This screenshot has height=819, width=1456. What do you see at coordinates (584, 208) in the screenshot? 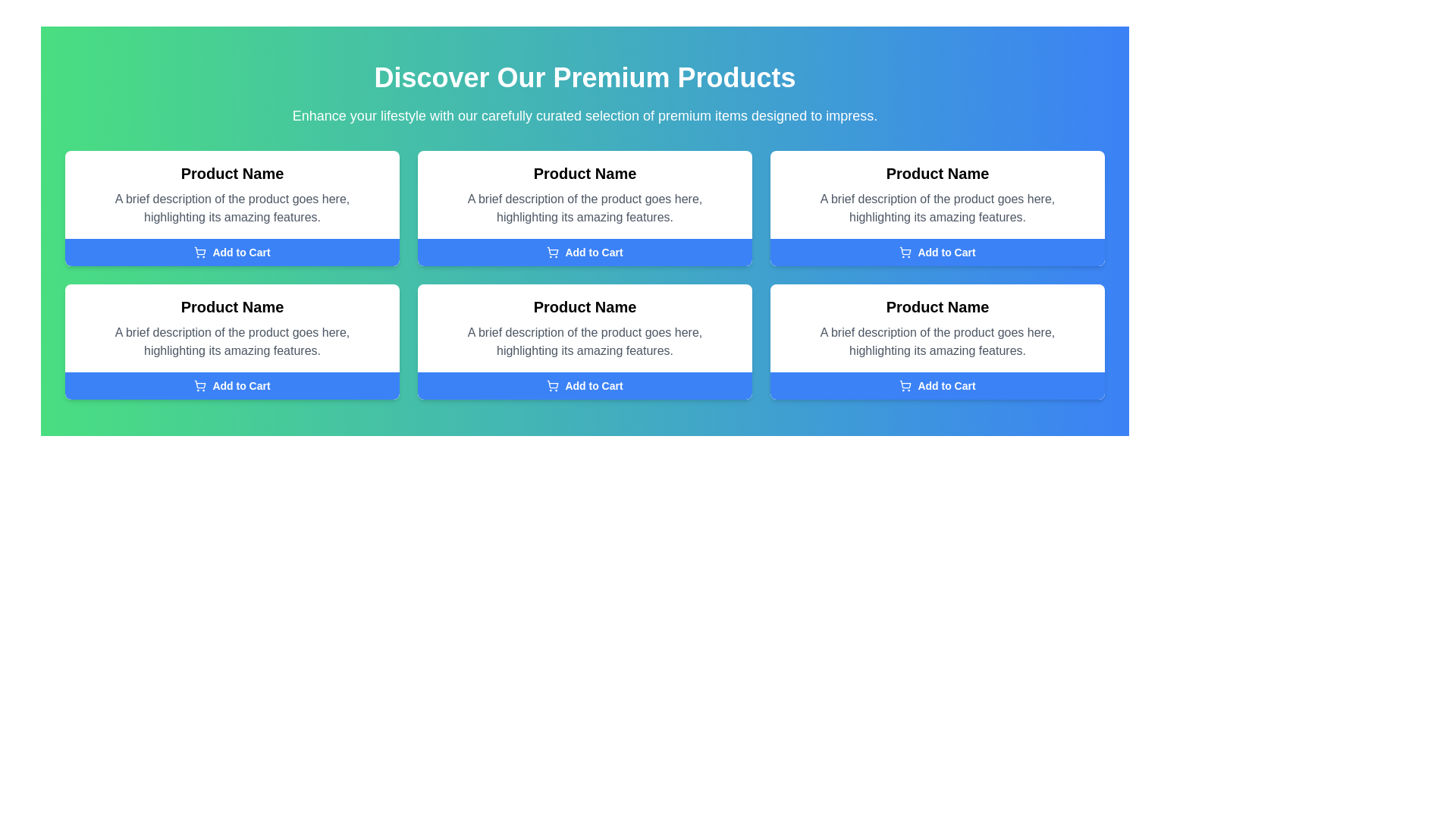
I see `descriptive text element that contains 'A brief description of the product goes here, highlighting its amazing features.' located in the second product card, below the product title and above the 'Add to Cart' button` at bounding box center [584, 208].